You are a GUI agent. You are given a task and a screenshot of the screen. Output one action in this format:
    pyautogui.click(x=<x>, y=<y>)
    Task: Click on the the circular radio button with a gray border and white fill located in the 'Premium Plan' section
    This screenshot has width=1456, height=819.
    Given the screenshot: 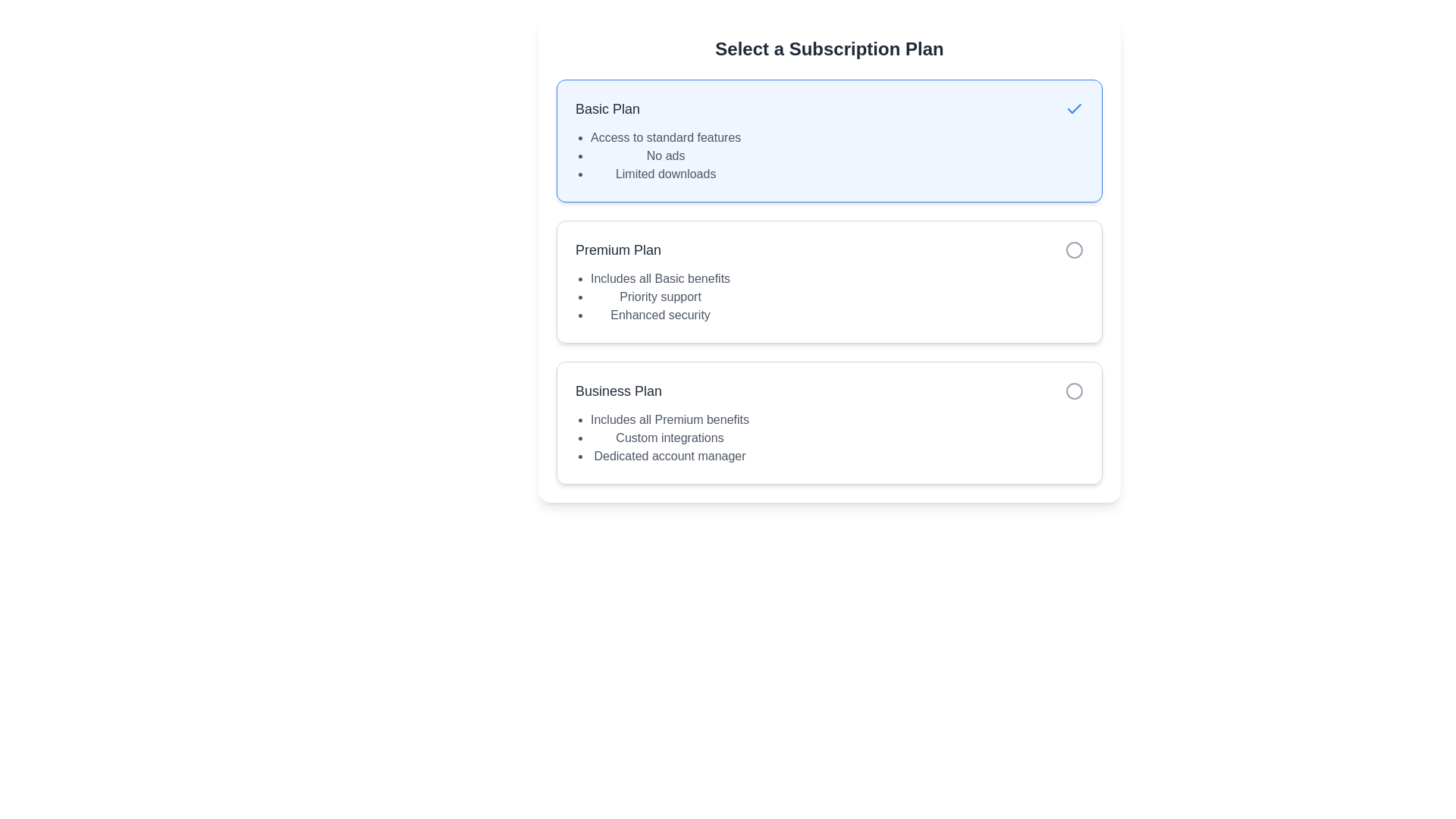 What is the action you would take?
    pyautogui.click(x=1073, y=249)
    